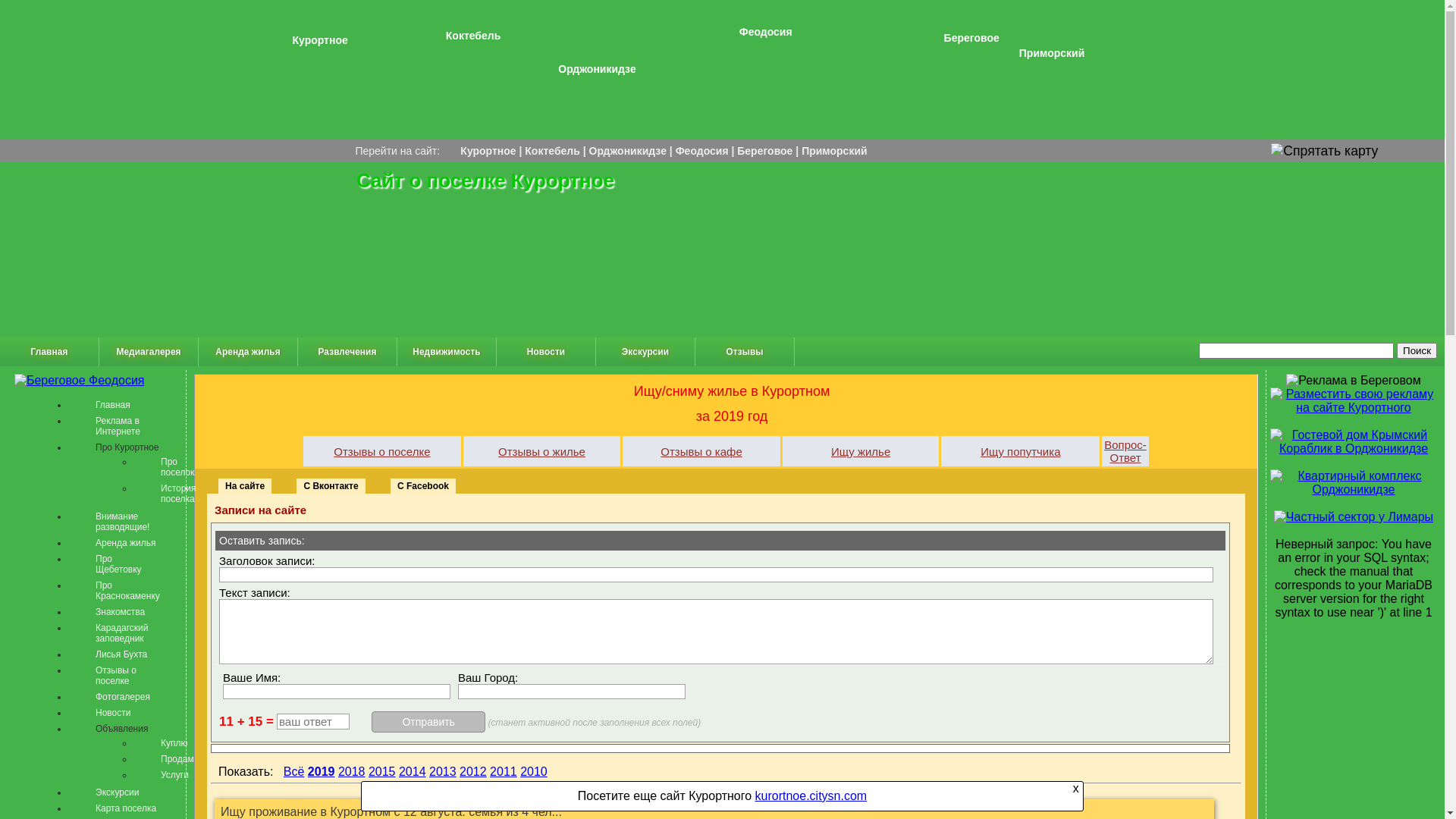  Describe the element at coordinates (412, 771) in the screenshot. I see `'2014'` at that location.